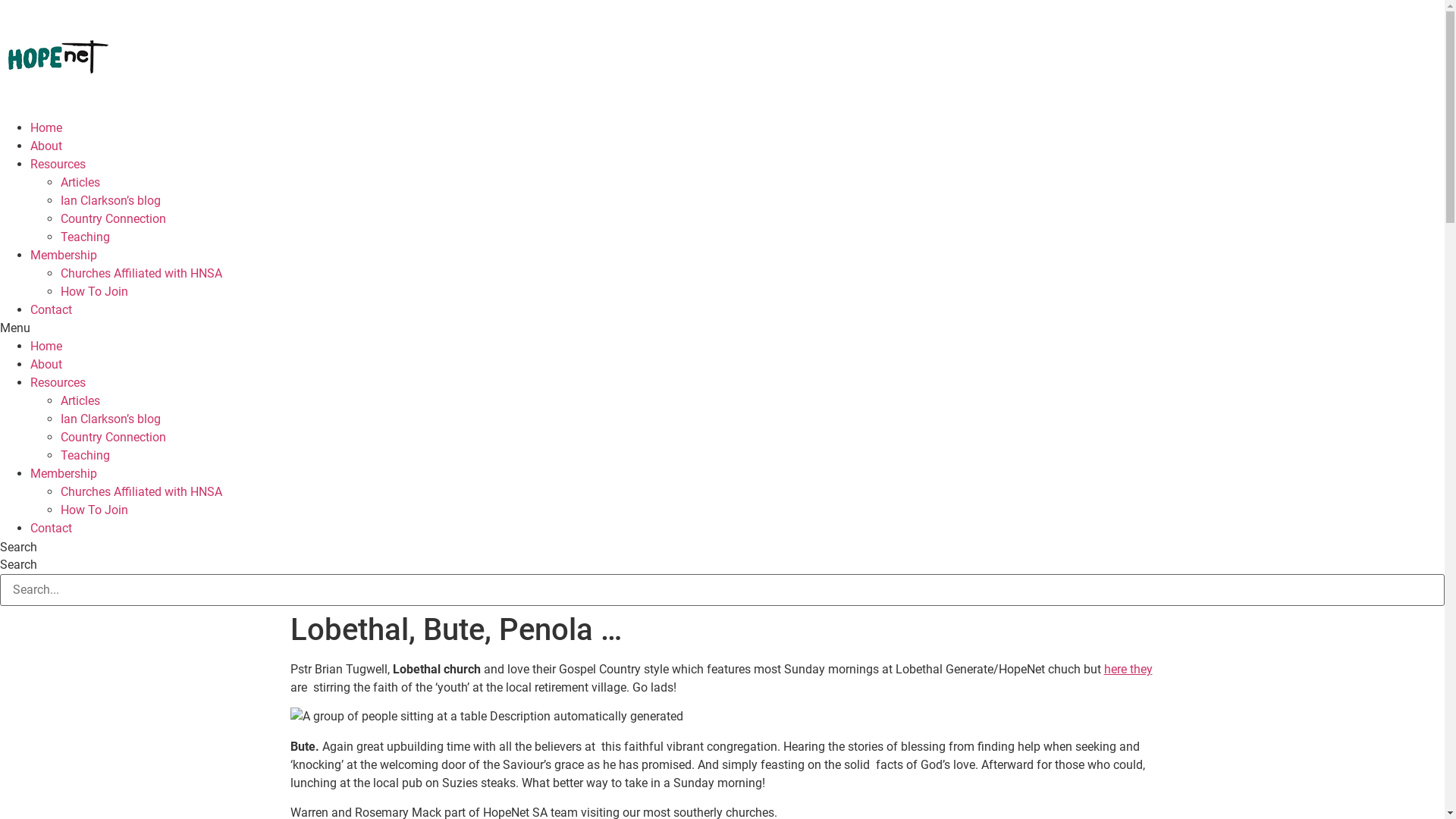 This screenshot has width=1456, height=819. What do you see at coordinates (93, 291) in the screenshot?
I see `'How To Join'` at bounding box center [93, 291].